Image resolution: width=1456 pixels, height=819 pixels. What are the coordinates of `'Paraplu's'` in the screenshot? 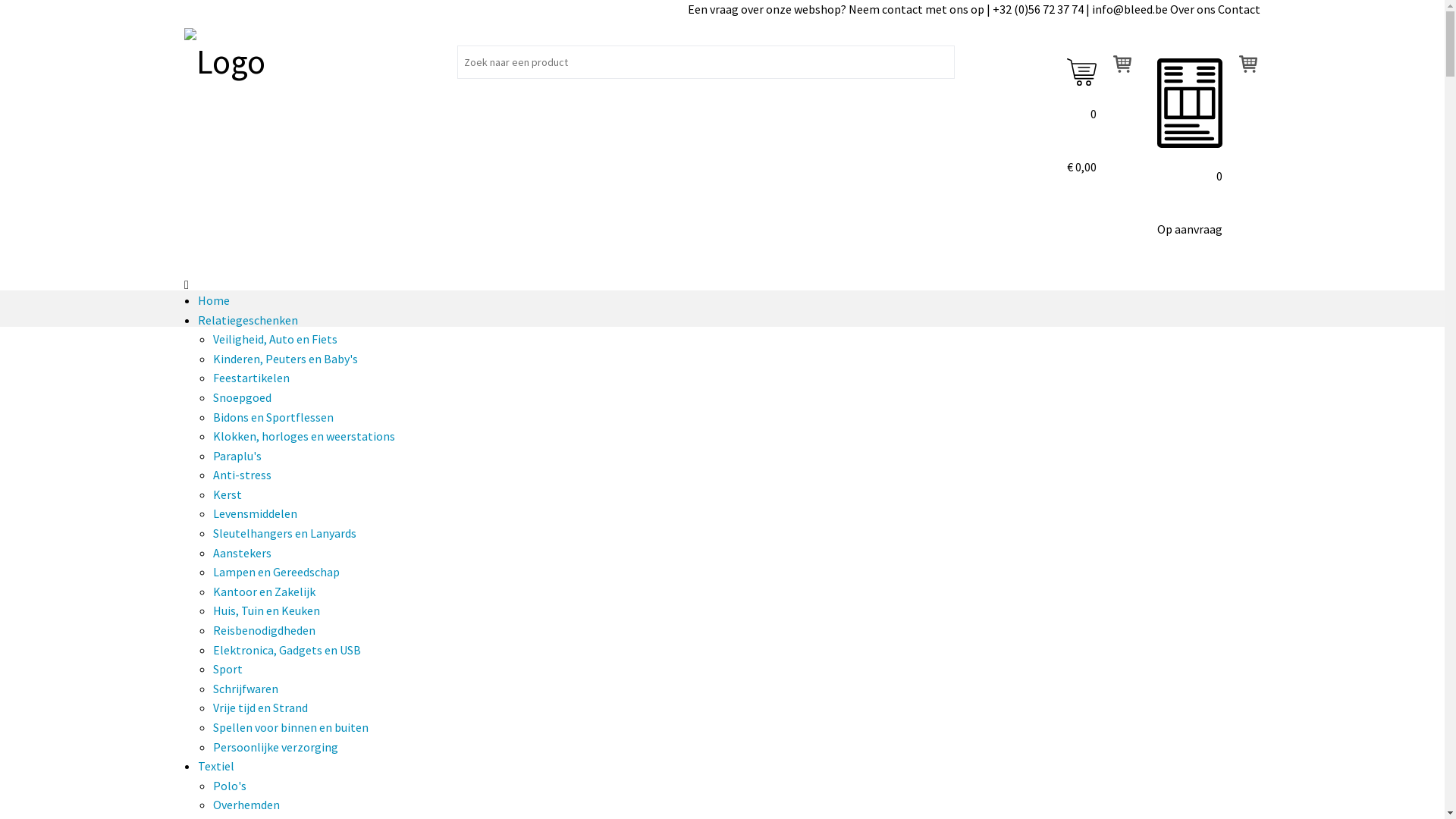 It's located at (236, 455).